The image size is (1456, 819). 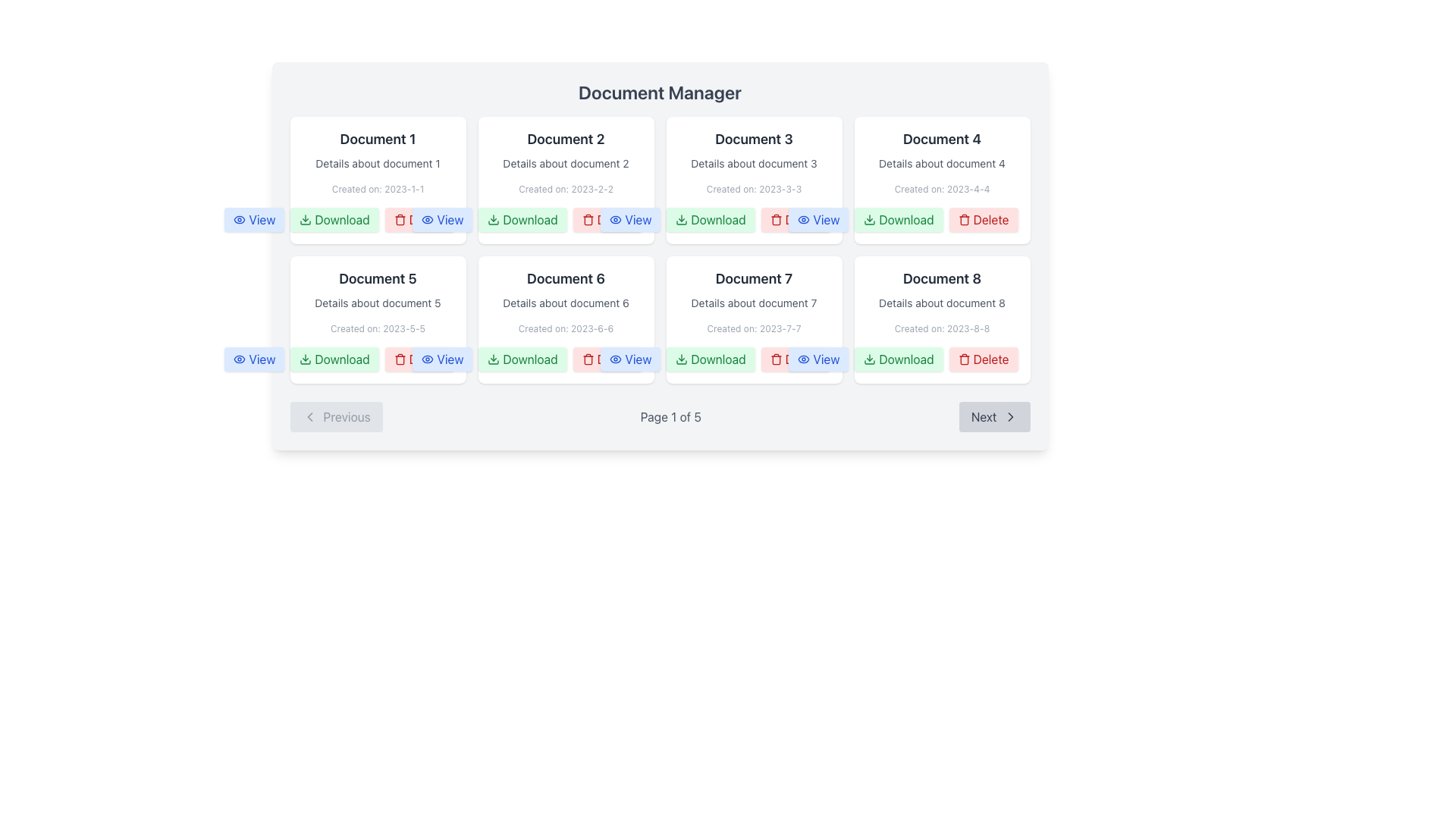 I want to click on the download icon located within the button in the second row, third column under 'Document Manager', positioned to the left of the 'Download' label, so click(x=681, y=219).